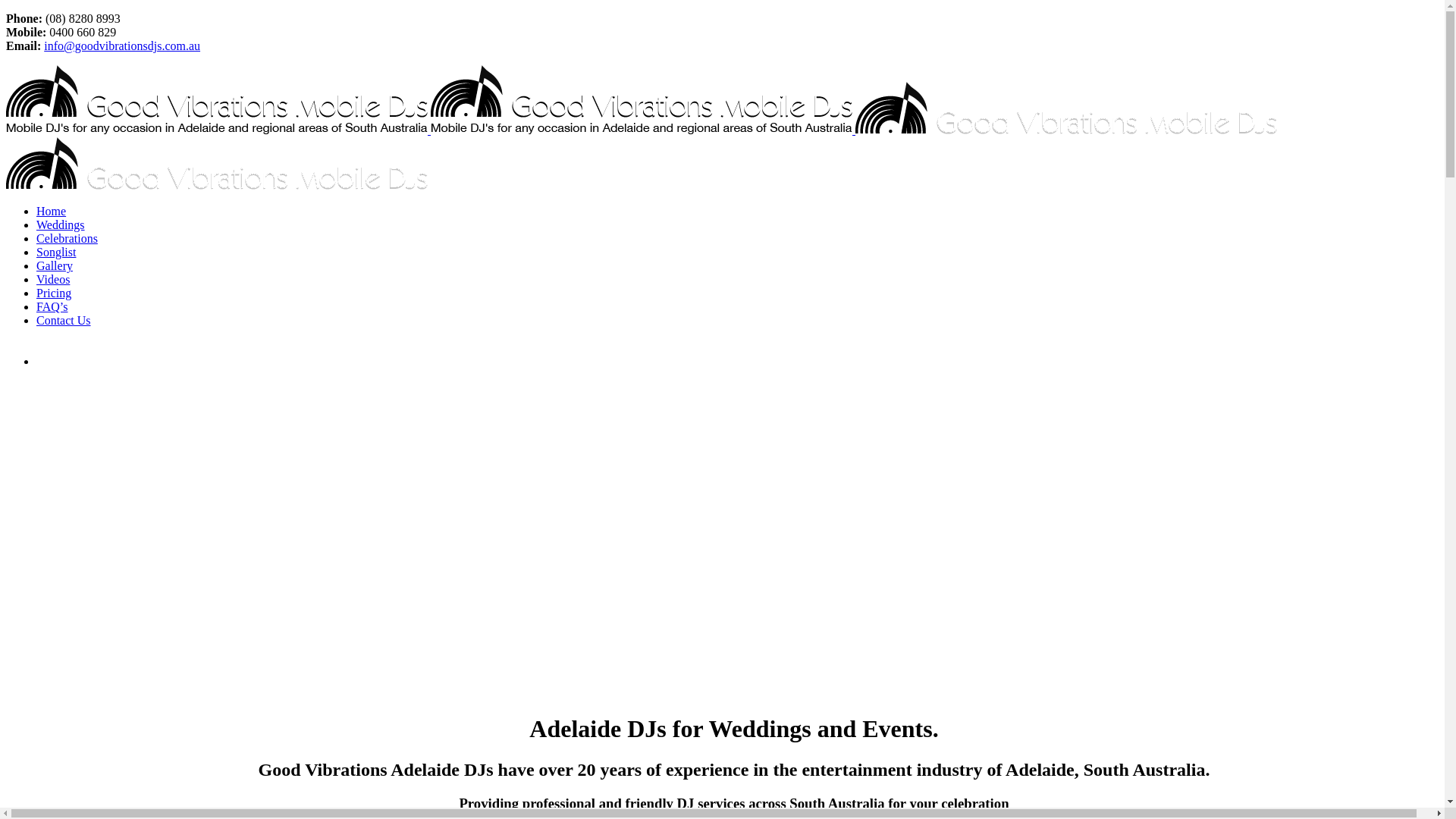 The height and width of the screenshot is (819, 1456). Describe the element at coordinates (122, 45) in the screenshot. I see `'info@goodvibrationsdjs.com.au'` at that location.